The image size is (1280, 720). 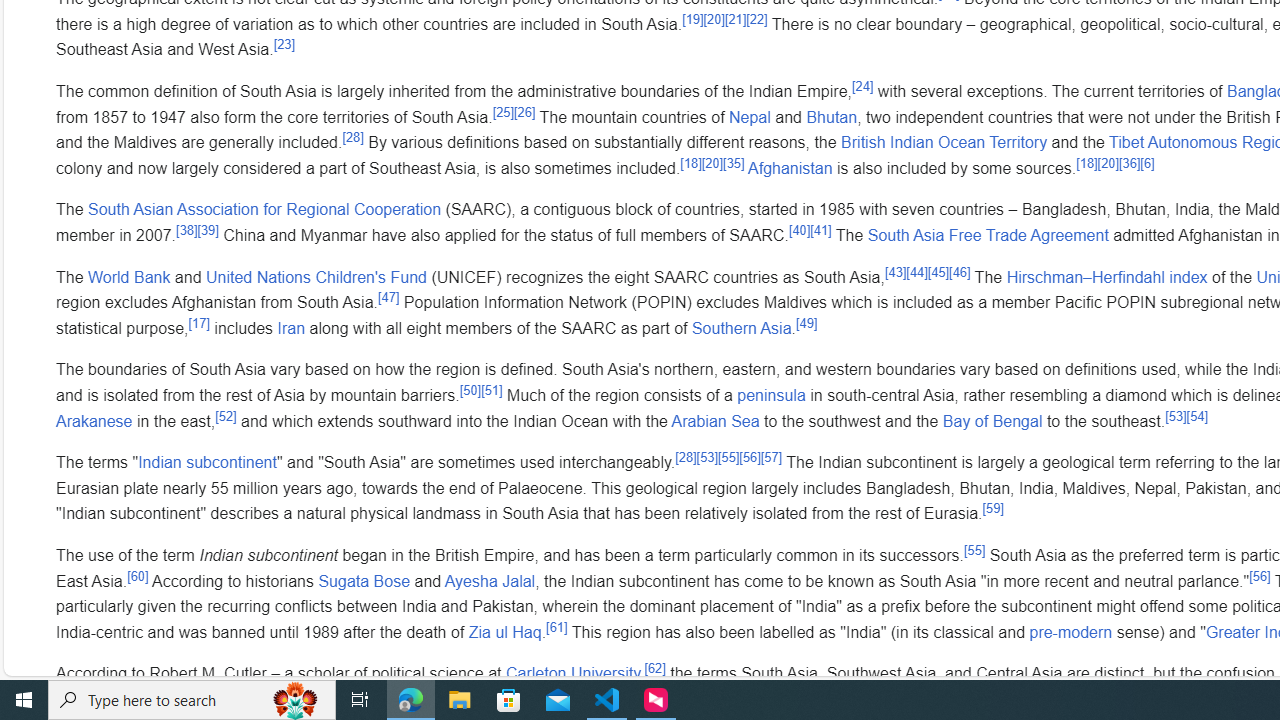 I want to click on '[47]', so click(x=388, y=297).